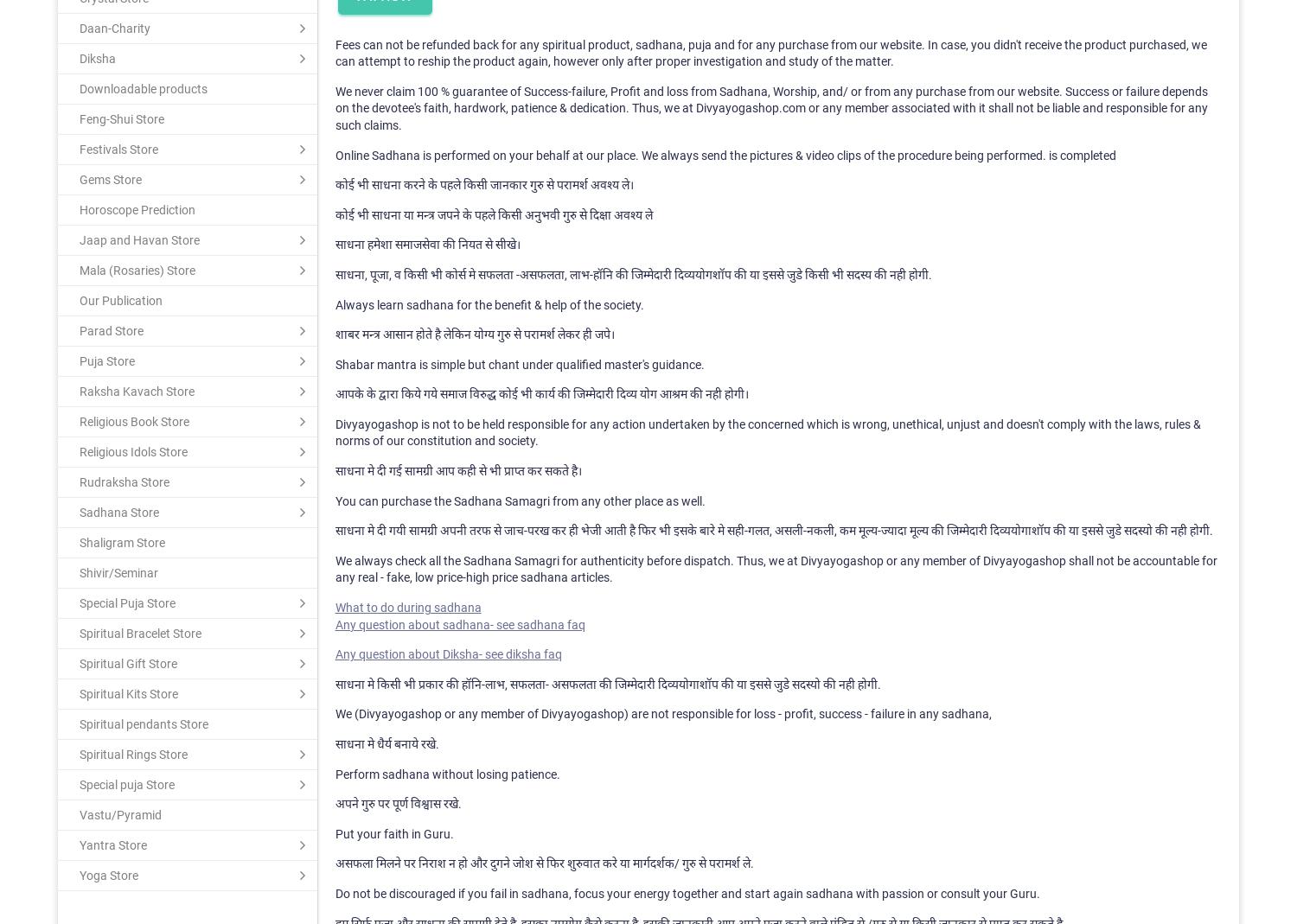 Image resolution: width=1297 pixels, height=924 pixels. Describe the element at coordinates (78, 300) in the screenshot. I see `'Our Publication'` at that location.